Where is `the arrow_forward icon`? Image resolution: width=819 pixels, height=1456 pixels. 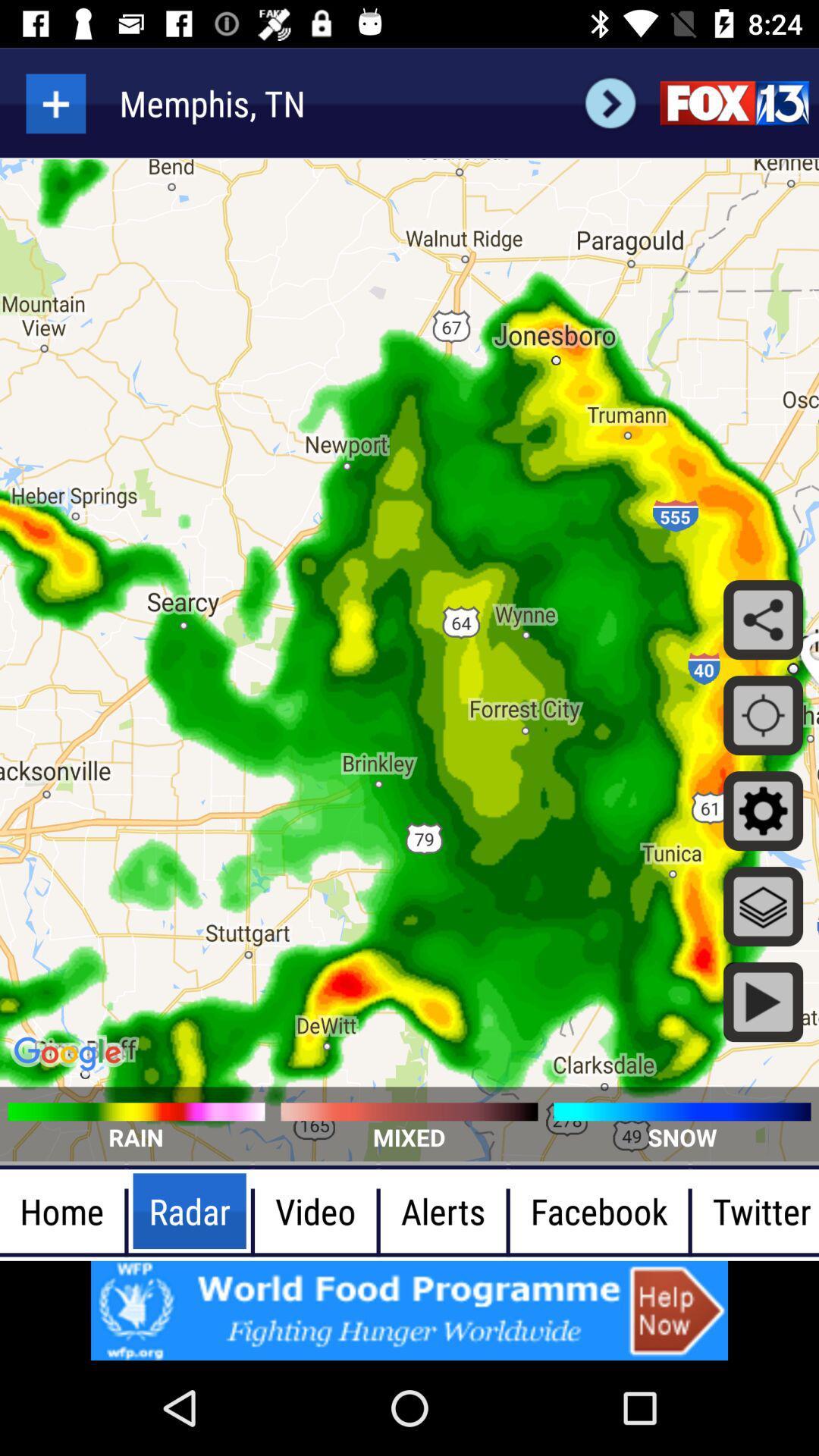
the arrow_forward icon is located at coordinates (610, 102).